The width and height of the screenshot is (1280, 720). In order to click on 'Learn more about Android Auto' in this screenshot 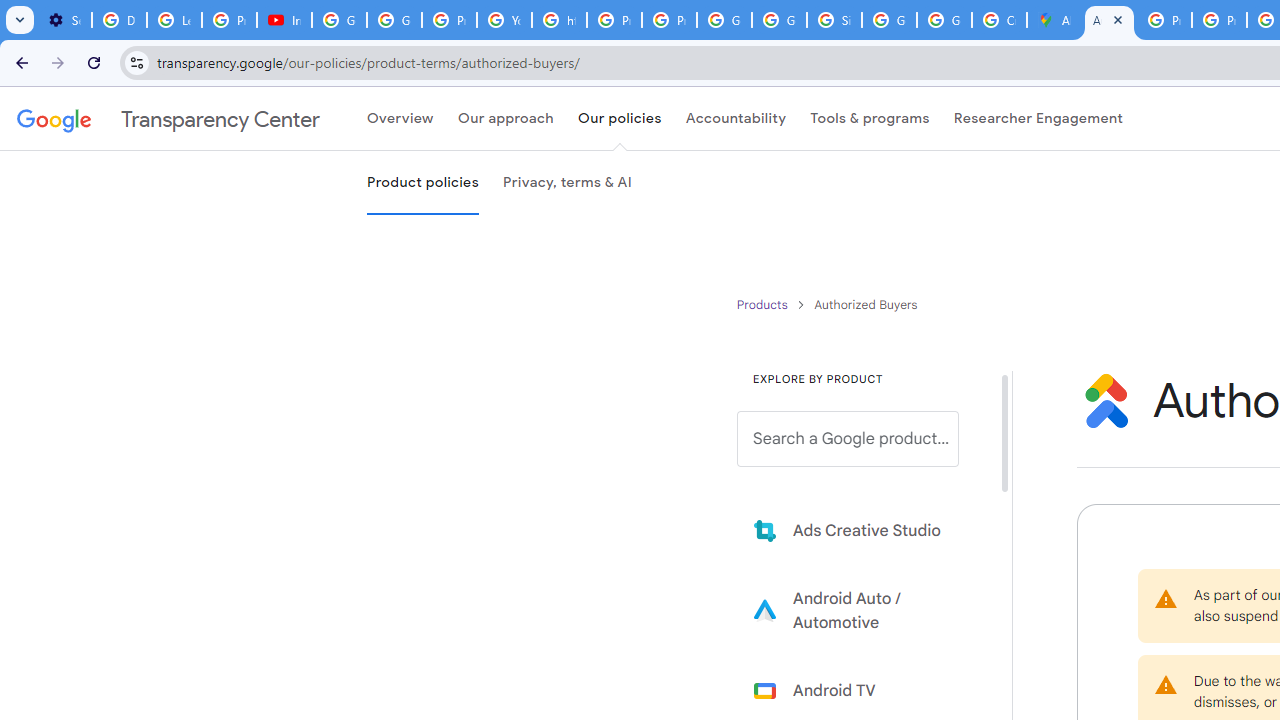, I will do `click(862, 609)`.